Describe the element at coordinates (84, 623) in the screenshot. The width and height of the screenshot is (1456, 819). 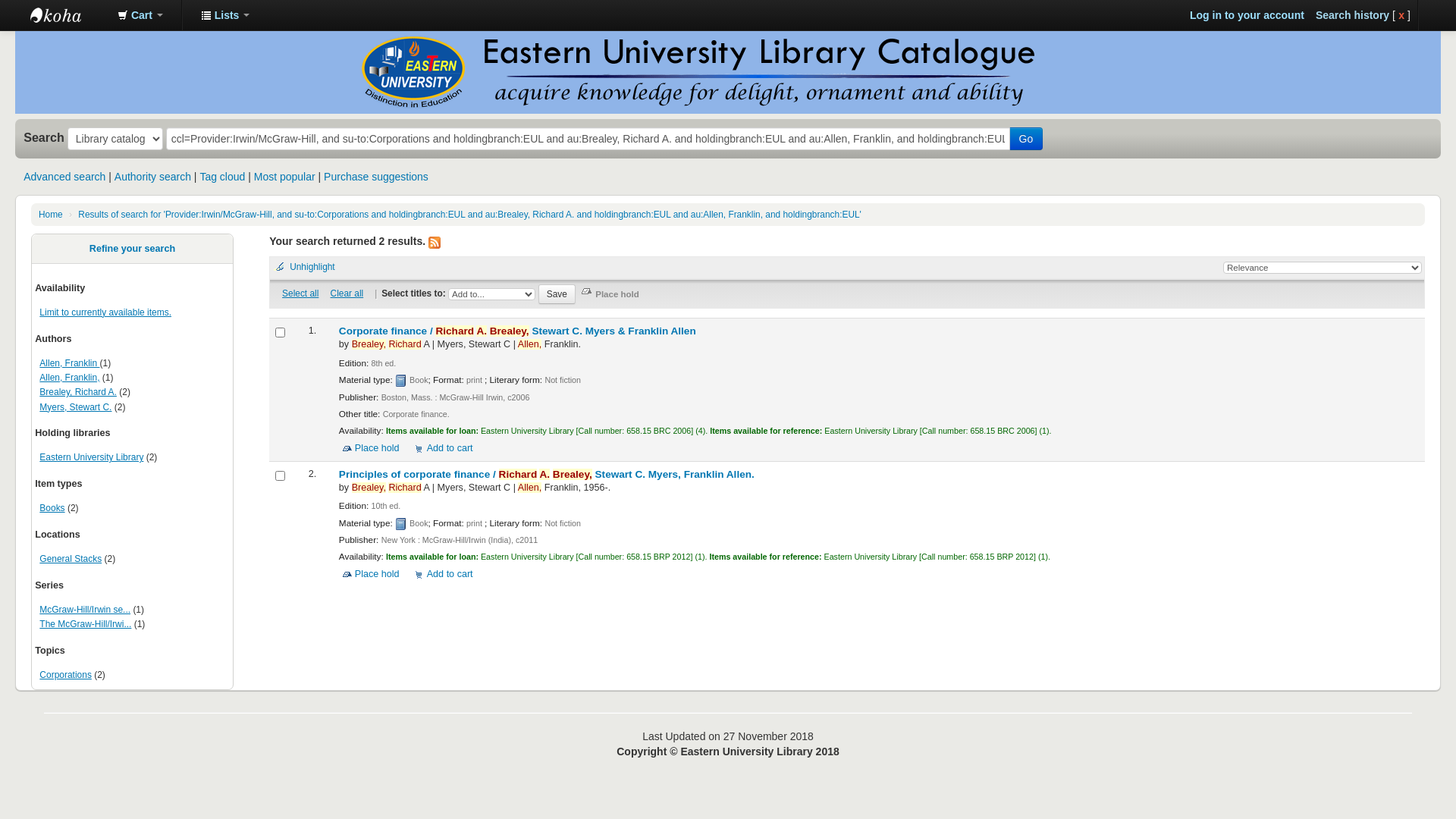
I see `'The McGraw-Hill/Irwi...'` at that location.